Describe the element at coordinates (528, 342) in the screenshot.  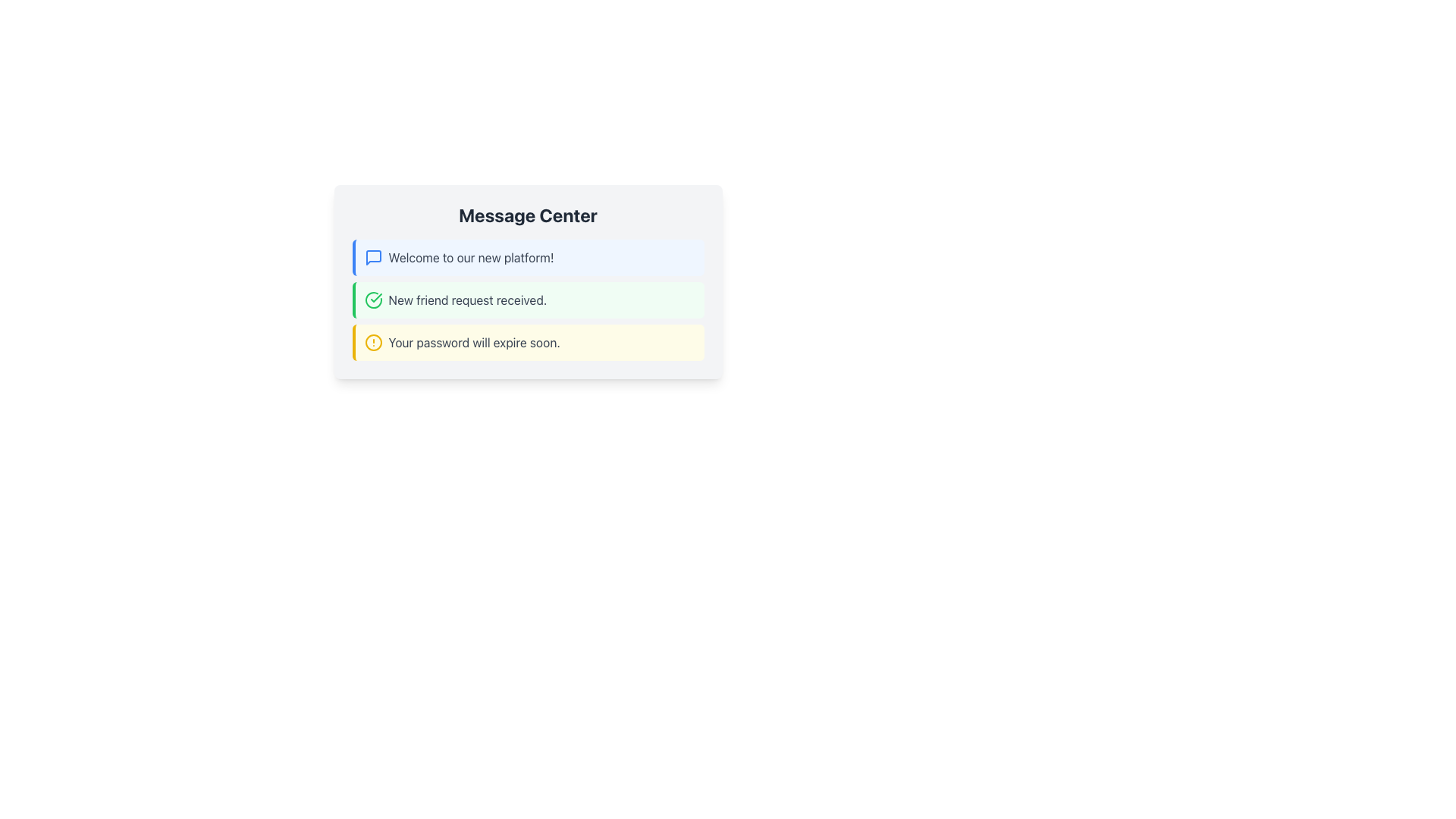
I see `informational notification about password expiration, which is the third message in the vertically stacked list following the 'New friend request received.' message` at that location.